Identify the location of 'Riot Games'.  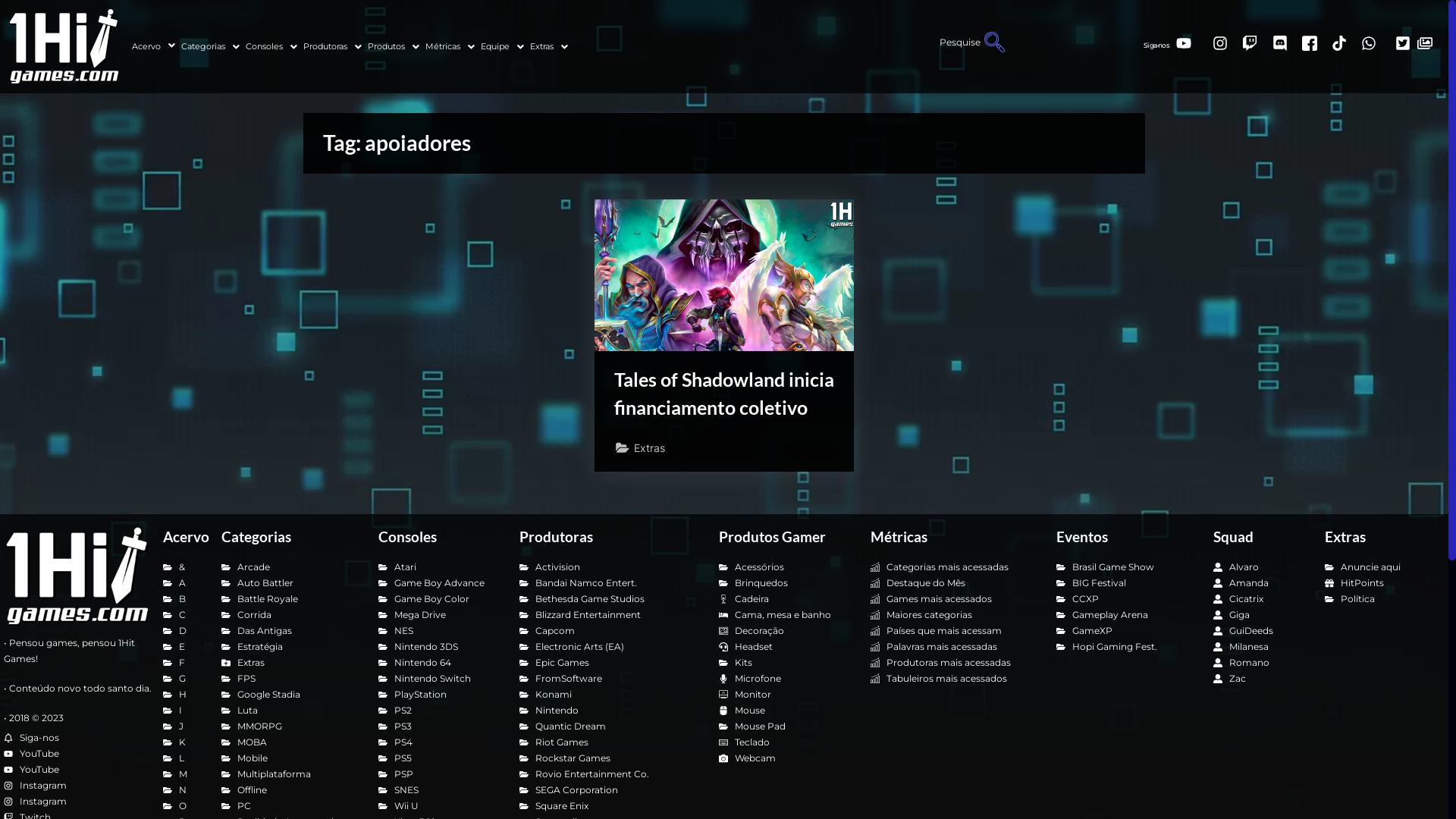
(519, 741).